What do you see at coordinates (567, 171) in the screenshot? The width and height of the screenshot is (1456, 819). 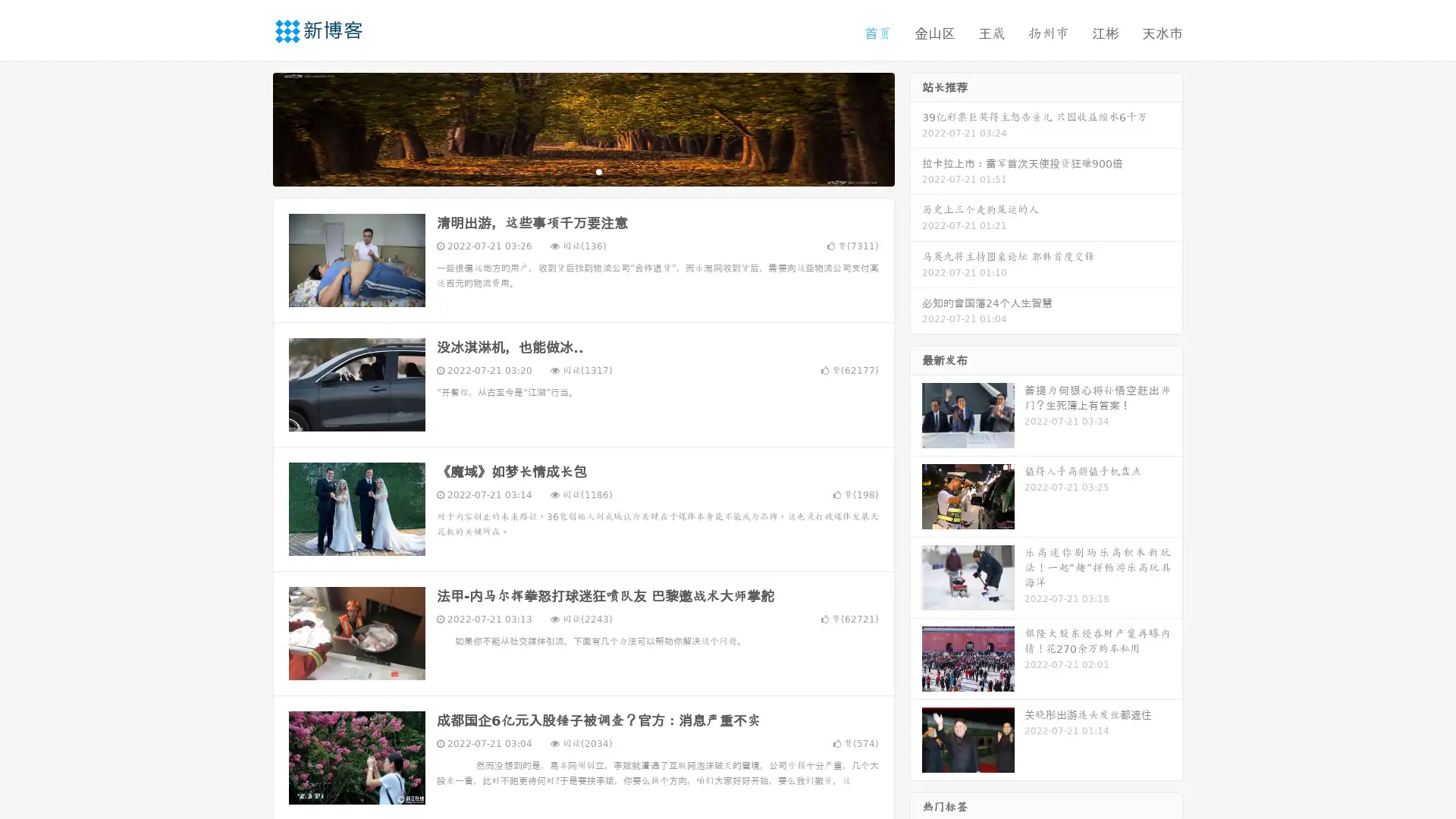 I see `Go to slide 1` at bounding box center [567, 171].